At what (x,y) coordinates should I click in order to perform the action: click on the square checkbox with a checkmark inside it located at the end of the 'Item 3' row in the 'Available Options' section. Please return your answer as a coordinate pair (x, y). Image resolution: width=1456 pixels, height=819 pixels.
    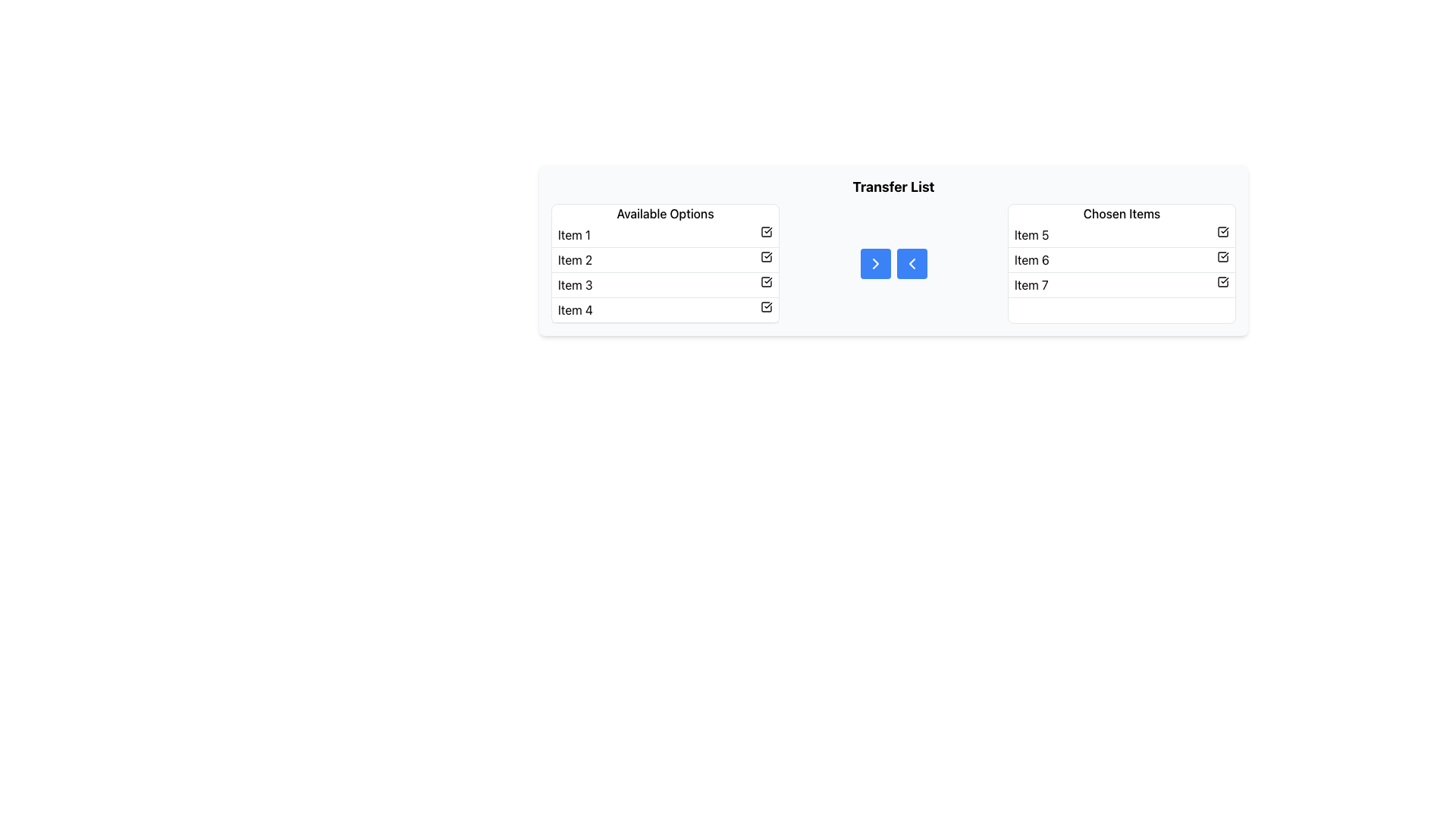
    Looking at the image, I should click on (767, 281).